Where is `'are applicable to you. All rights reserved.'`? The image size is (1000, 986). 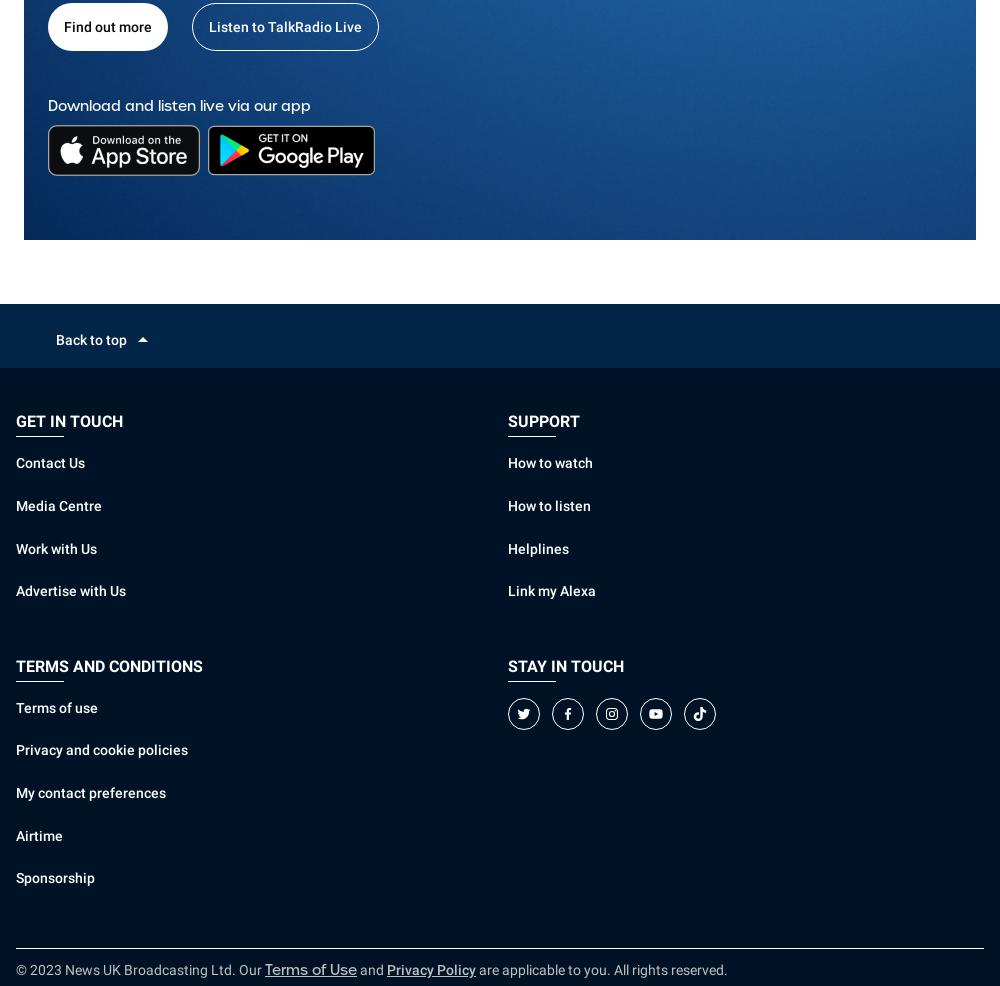 'are applicable to you. All rights reserved.' is located at coordinates (602, 970).